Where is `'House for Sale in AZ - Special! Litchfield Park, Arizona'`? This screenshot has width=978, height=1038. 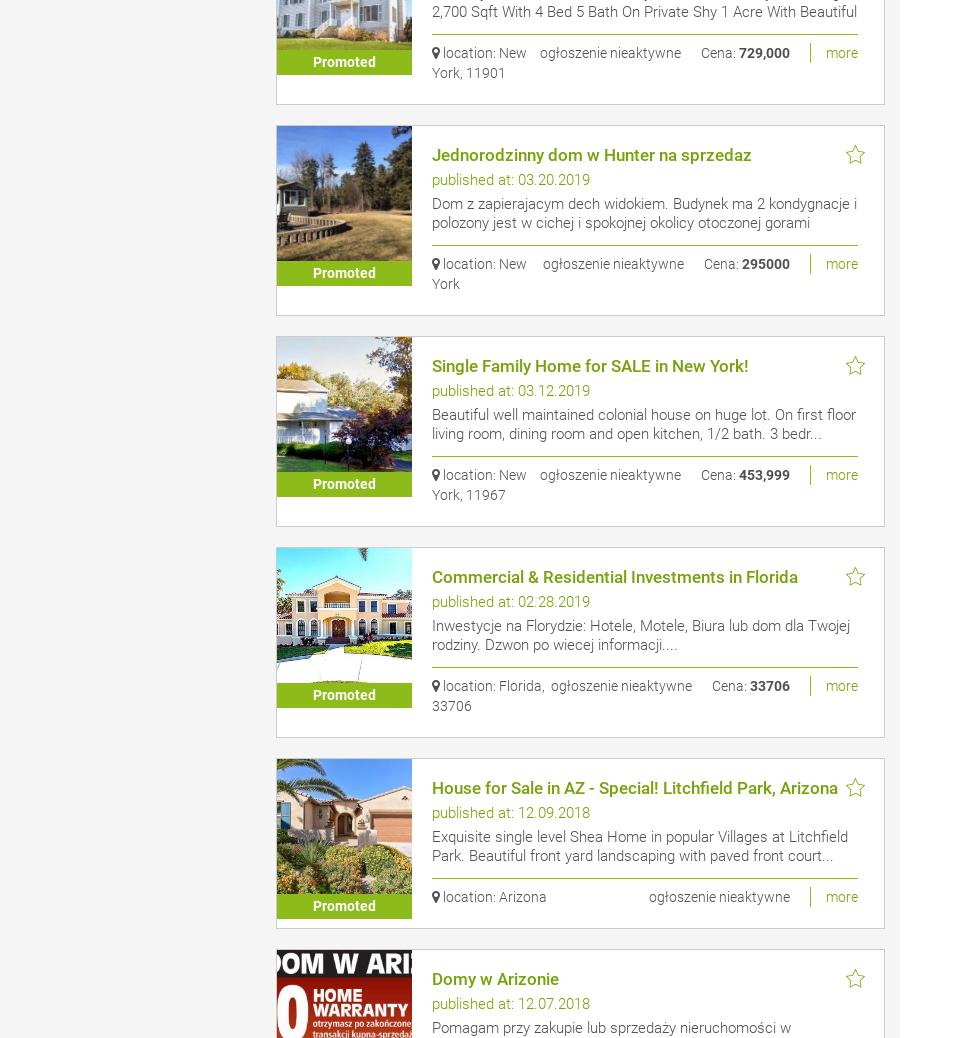 'House for Sale in AZ - Special! Litchfield Park, Arizona' is located at coordinates (634, 788).